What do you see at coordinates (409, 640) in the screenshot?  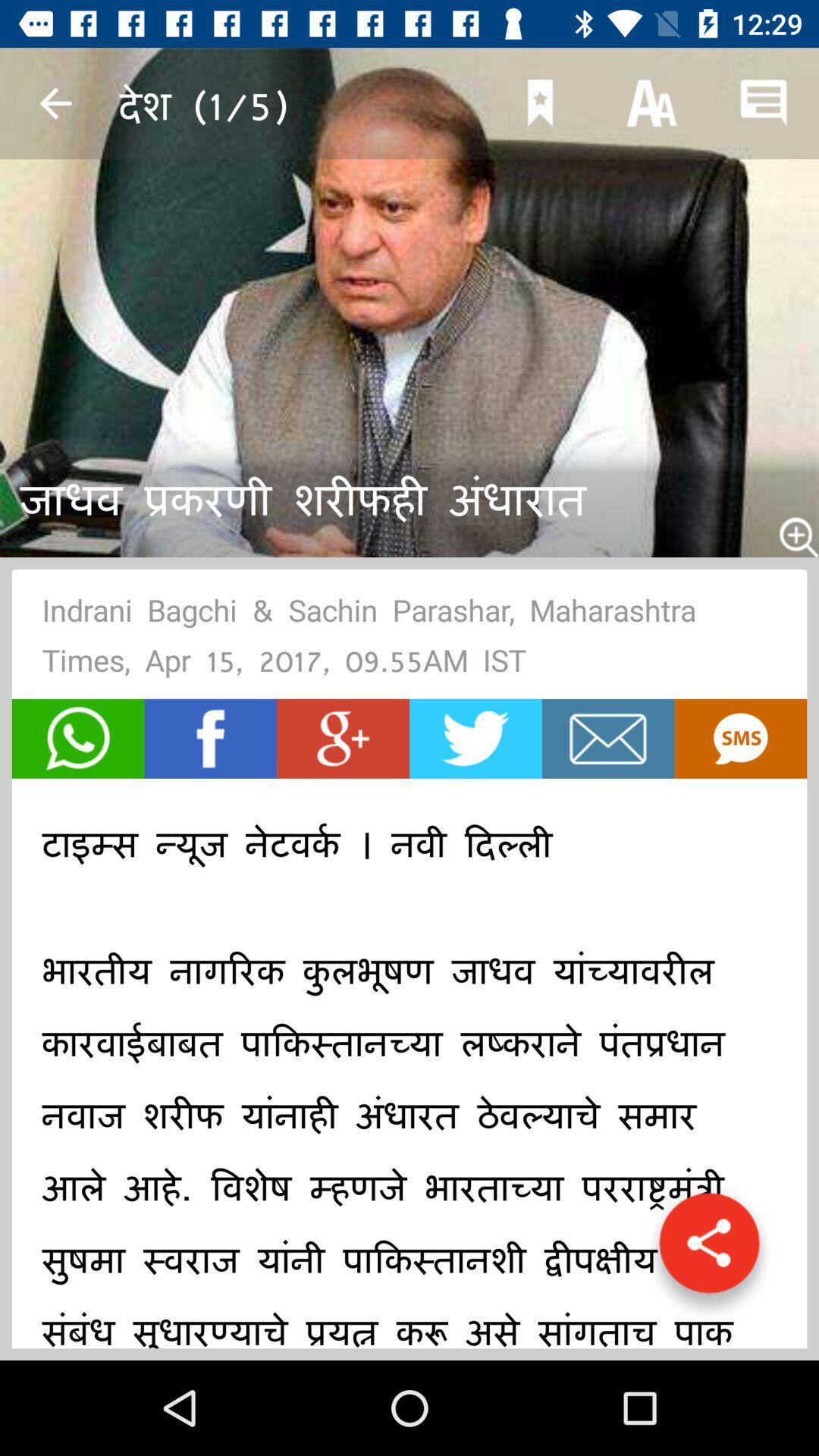 I see `the indrani bagchi sachin icon` at bounding box center [409, 640].